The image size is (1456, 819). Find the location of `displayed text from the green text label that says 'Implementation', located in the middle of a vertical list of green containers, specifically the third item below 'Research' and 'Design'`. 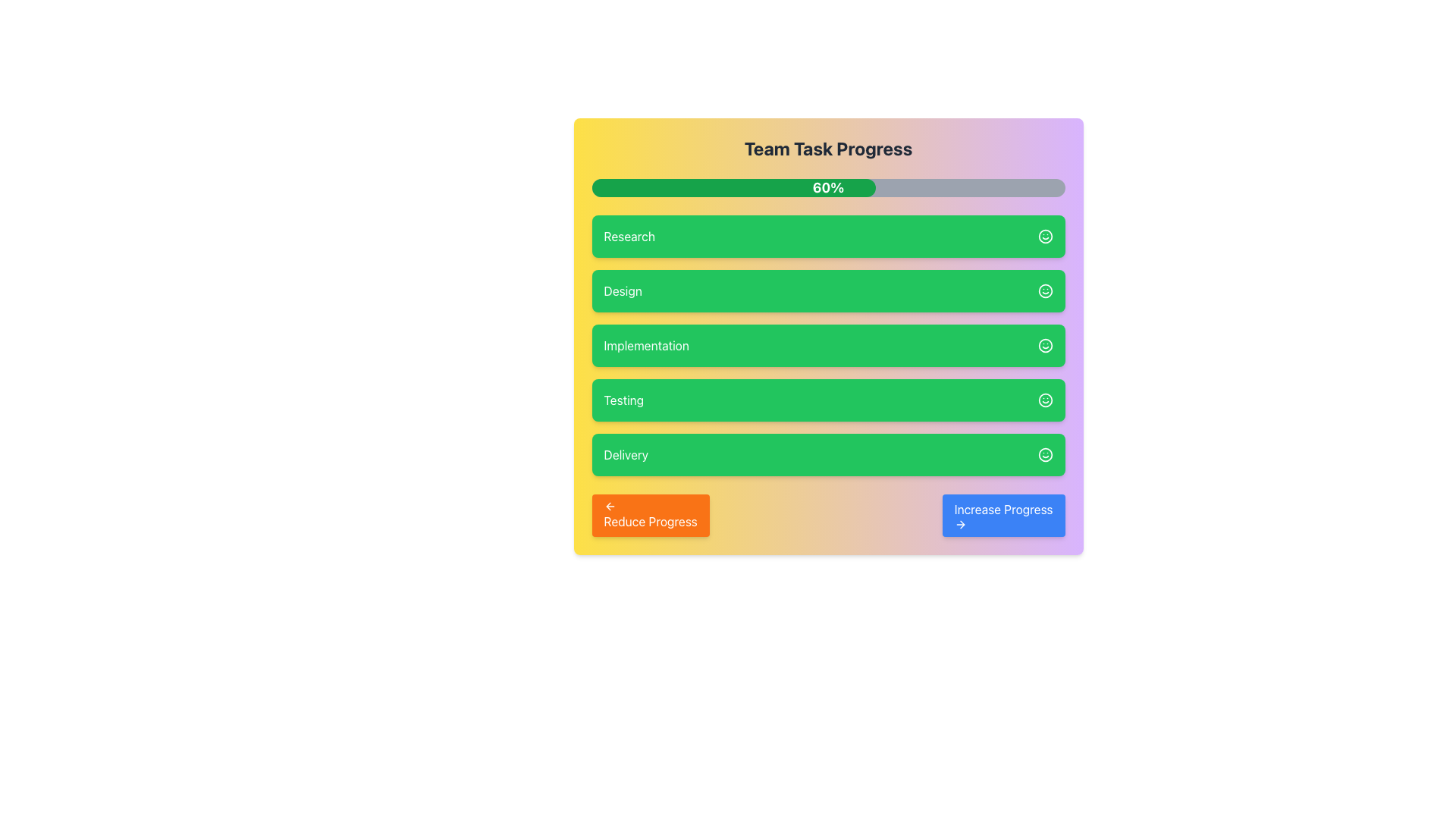

displayed text from the green text label that says 'Implementation', located in the middle of a vertical list of green containers, specifically the third item below 'Research' and 'Design' is located at coordinates (646, 345).